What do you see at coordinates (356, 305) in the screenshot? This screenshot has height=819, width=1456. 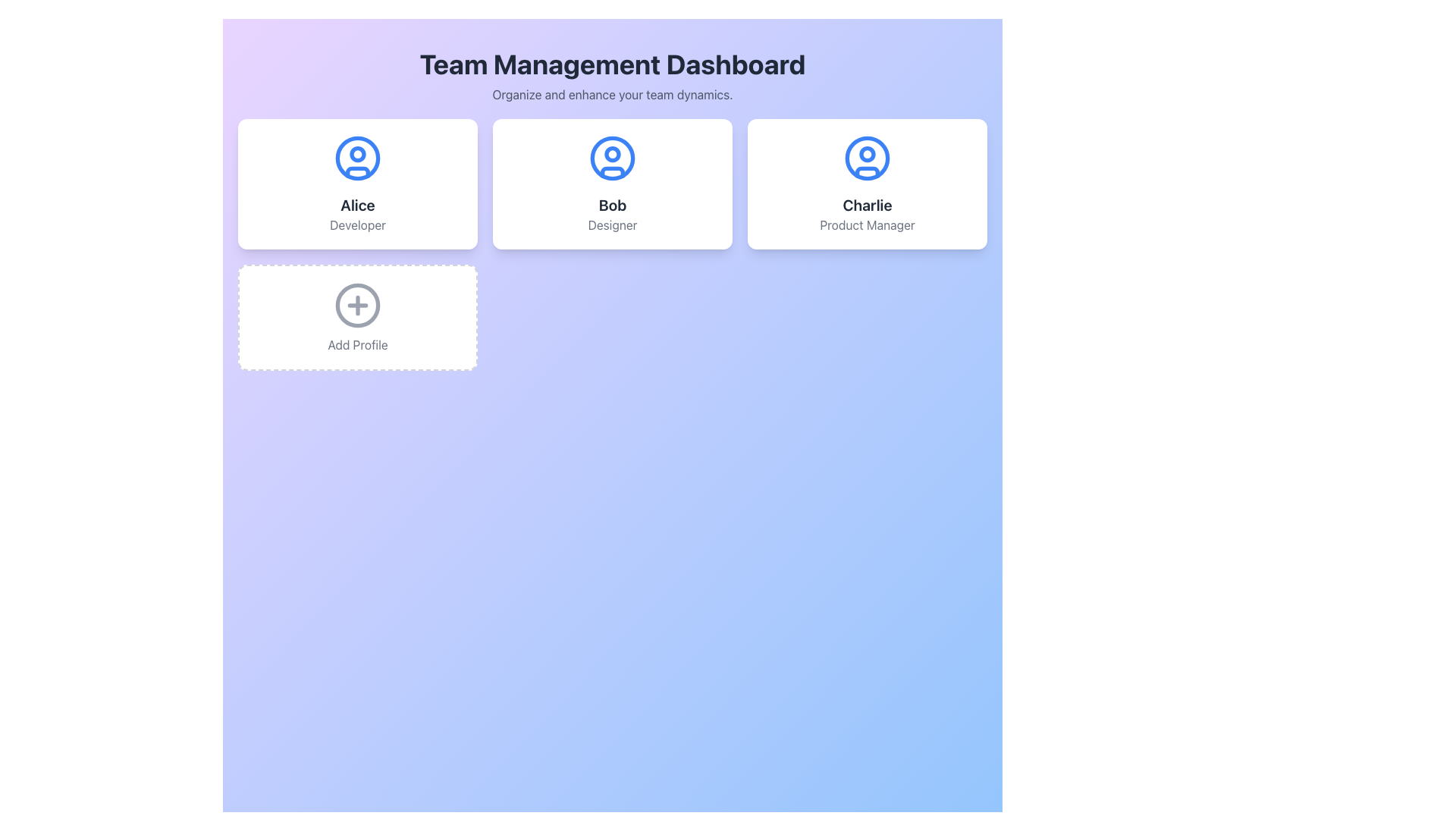 I see `the 'Add Profile' icon button located in the lower row of the profile grid` at bounding box center [356, 305].